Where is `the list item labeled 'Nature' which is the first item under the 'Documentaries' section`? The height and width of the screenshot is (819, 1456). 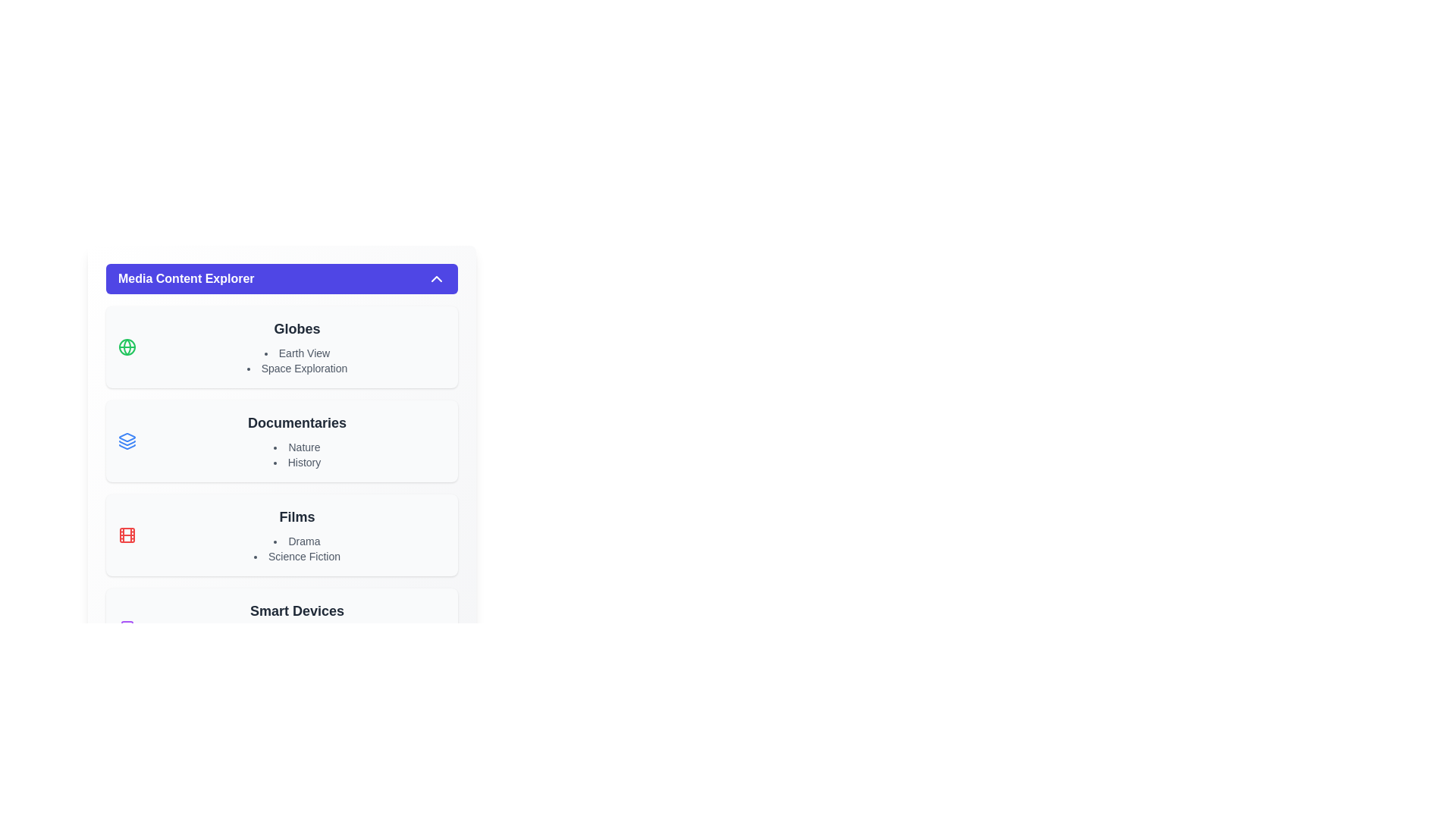
the list item labeled 'Nature' which is the first item under the 'Documentaries' section is located at coordinates (297, 447).